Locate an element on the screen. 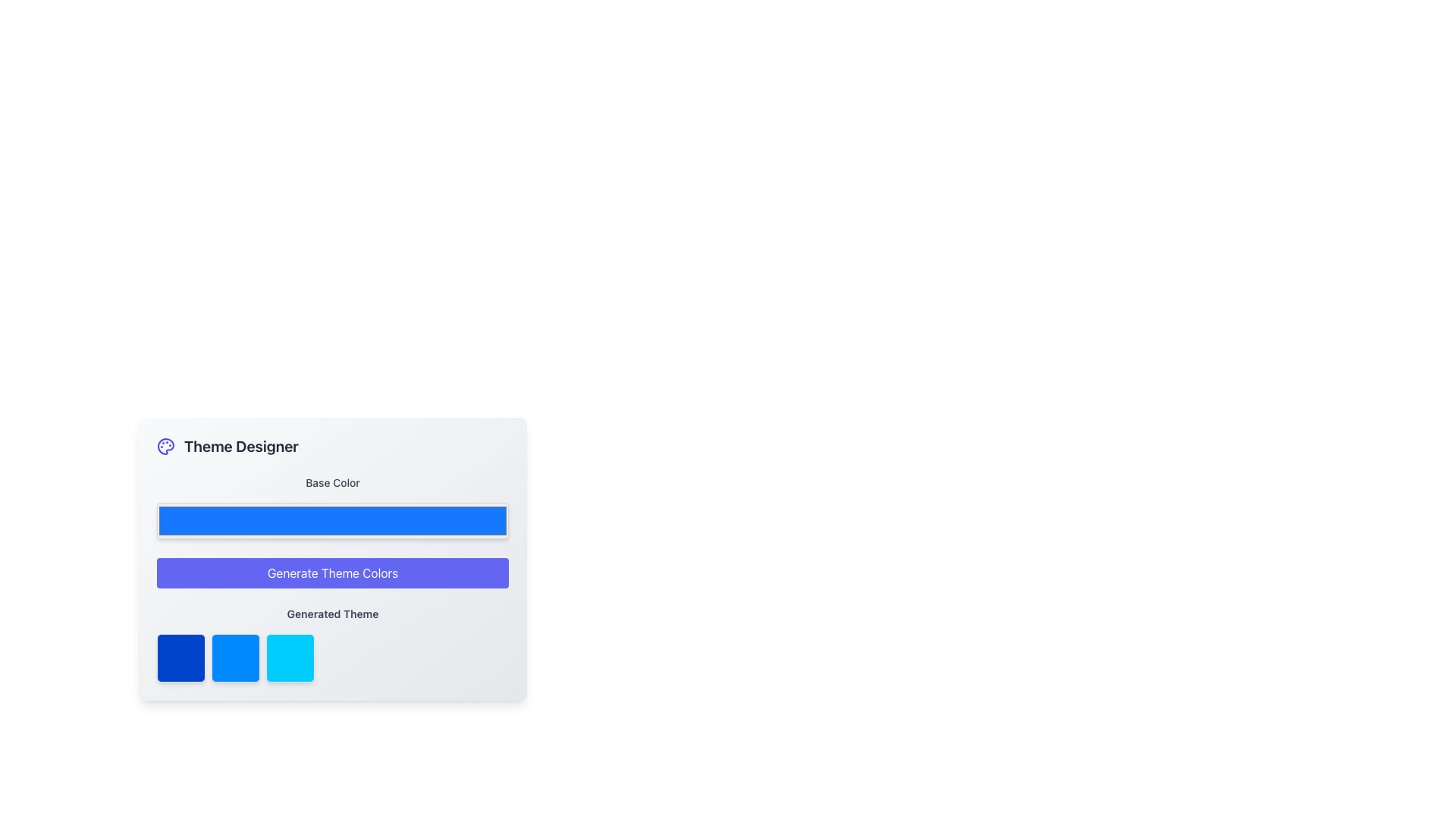 The width and height of the screenshot is (1456, 819). the Color picker box located in the 'Theme Designer' section, positioned below the 'Base Color' label and above the 'Generate Theme Colors' button is located at coordinates (331, 507).